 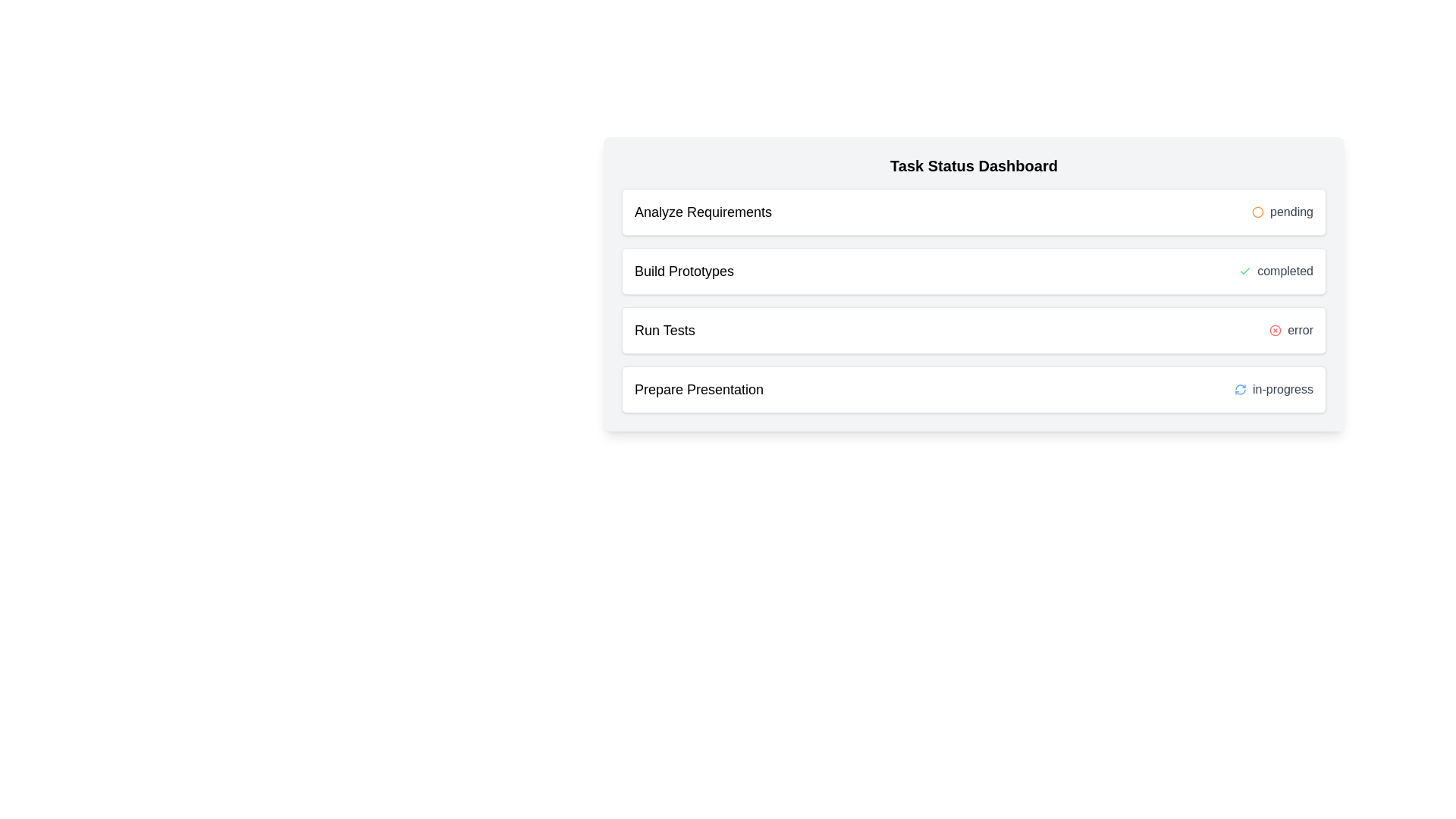 What do you see at coordinates (698, 388) in the screenshot?
I see `the non-interactive text label that indicates the title or description of the task, located as the first content block within the last card of the list` at bounding box center [698, 388].